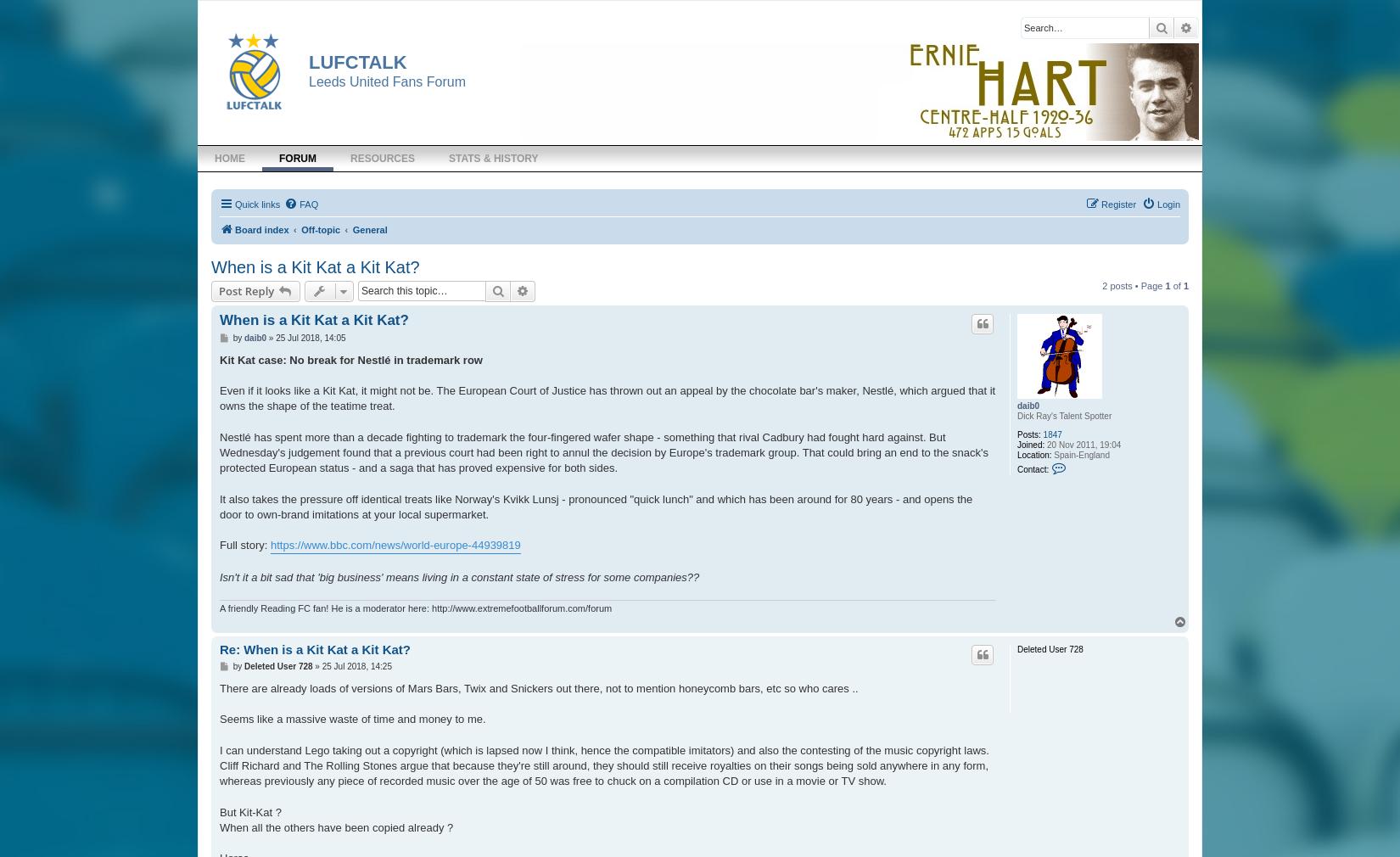  What do you see at coordinates (1078, 453) in the screenshot?
I see `'Spain-England'` at bounding box center [1078, 453].